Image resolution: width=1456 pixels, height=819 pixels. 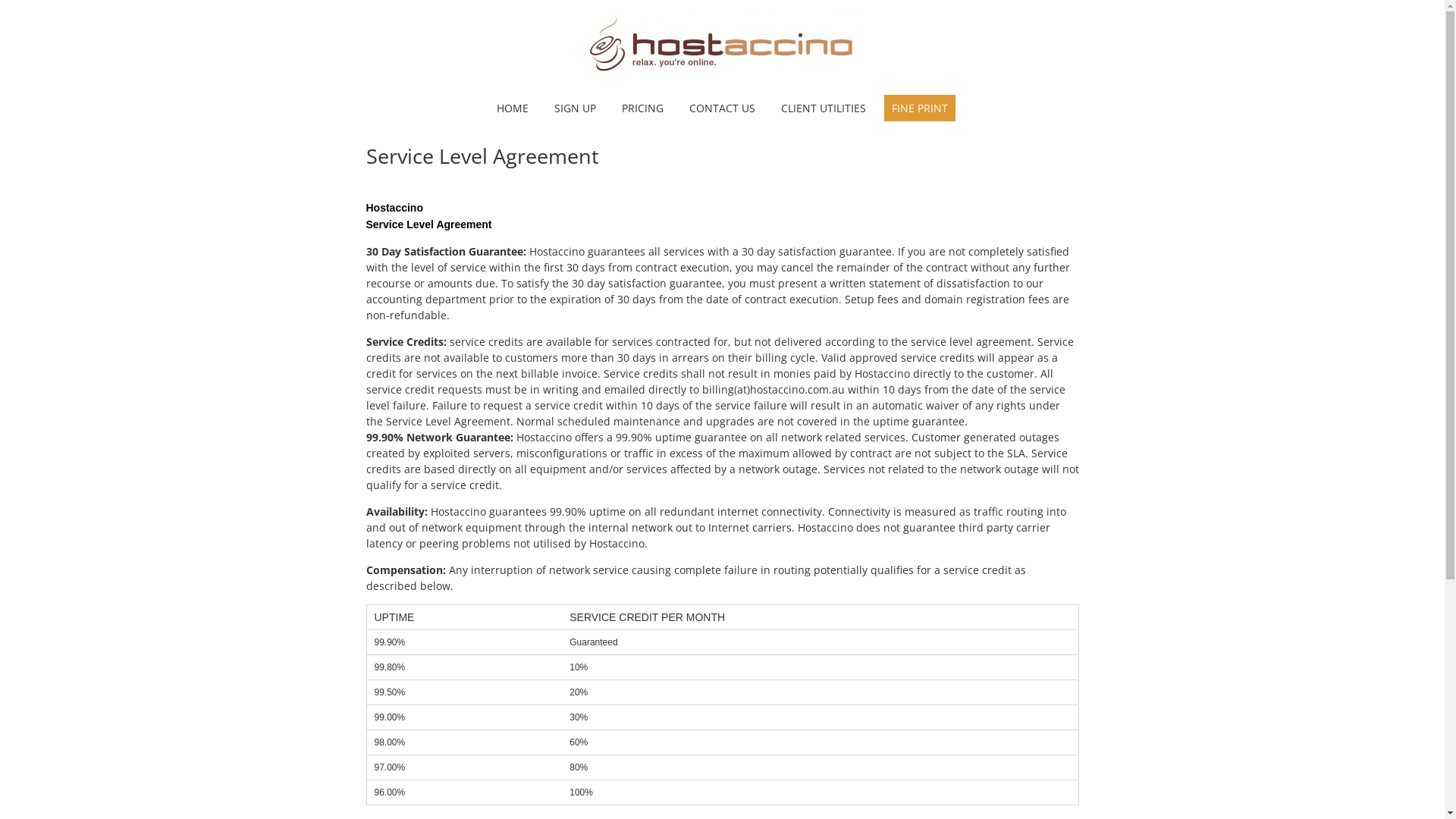 What do you see at coordinates (822, 107) in the screenshot?
I see `'CLIENT UTILITIES'` at bounding box center [822, 107].